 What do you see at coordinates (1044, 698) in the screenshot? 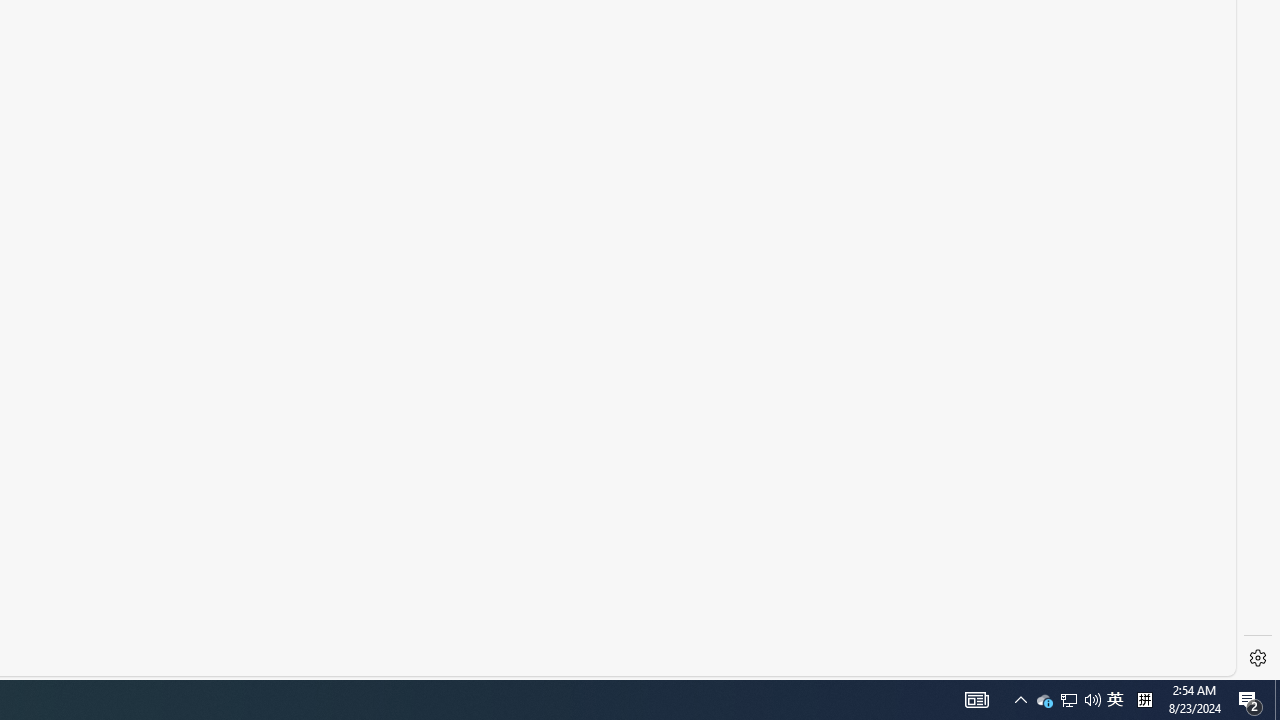
I see `'Notification Chevron'` at bounding box center [1044, 698].